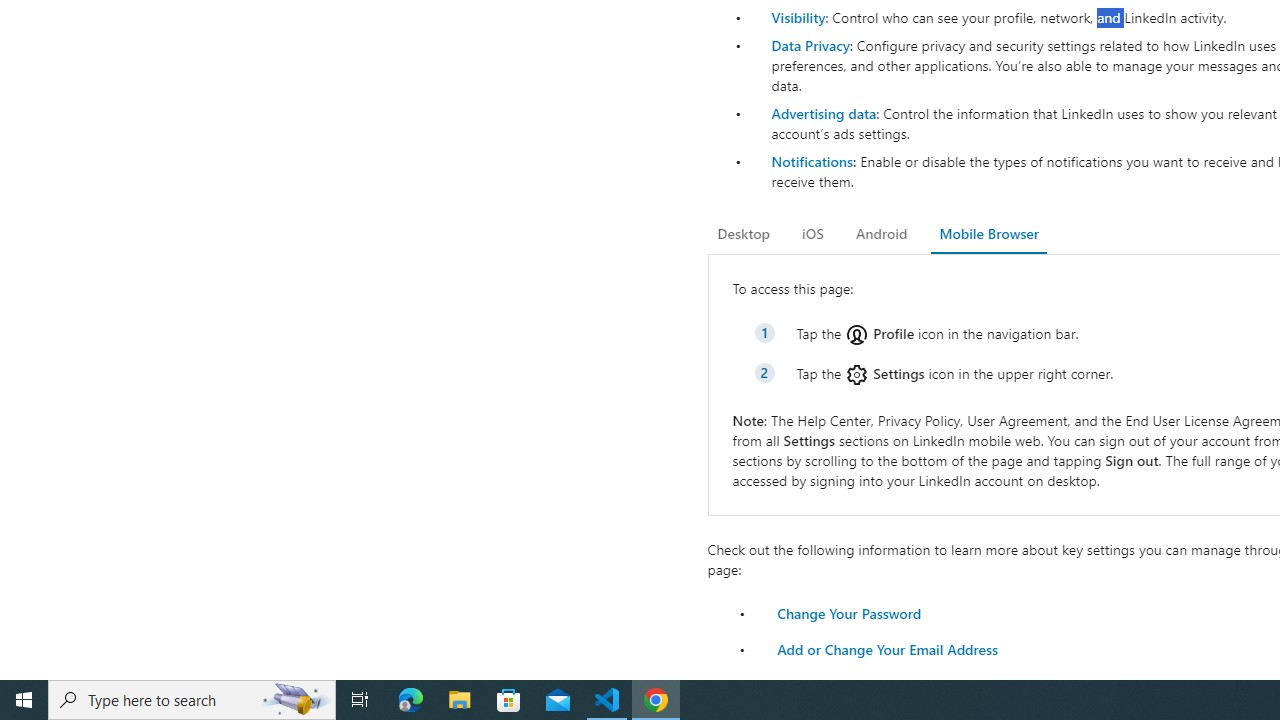 This screenshot has width=1280, height=720. Describe the element at coordinates (849, 612) in the screenshot. I see `'Change Your Password'` at that location.